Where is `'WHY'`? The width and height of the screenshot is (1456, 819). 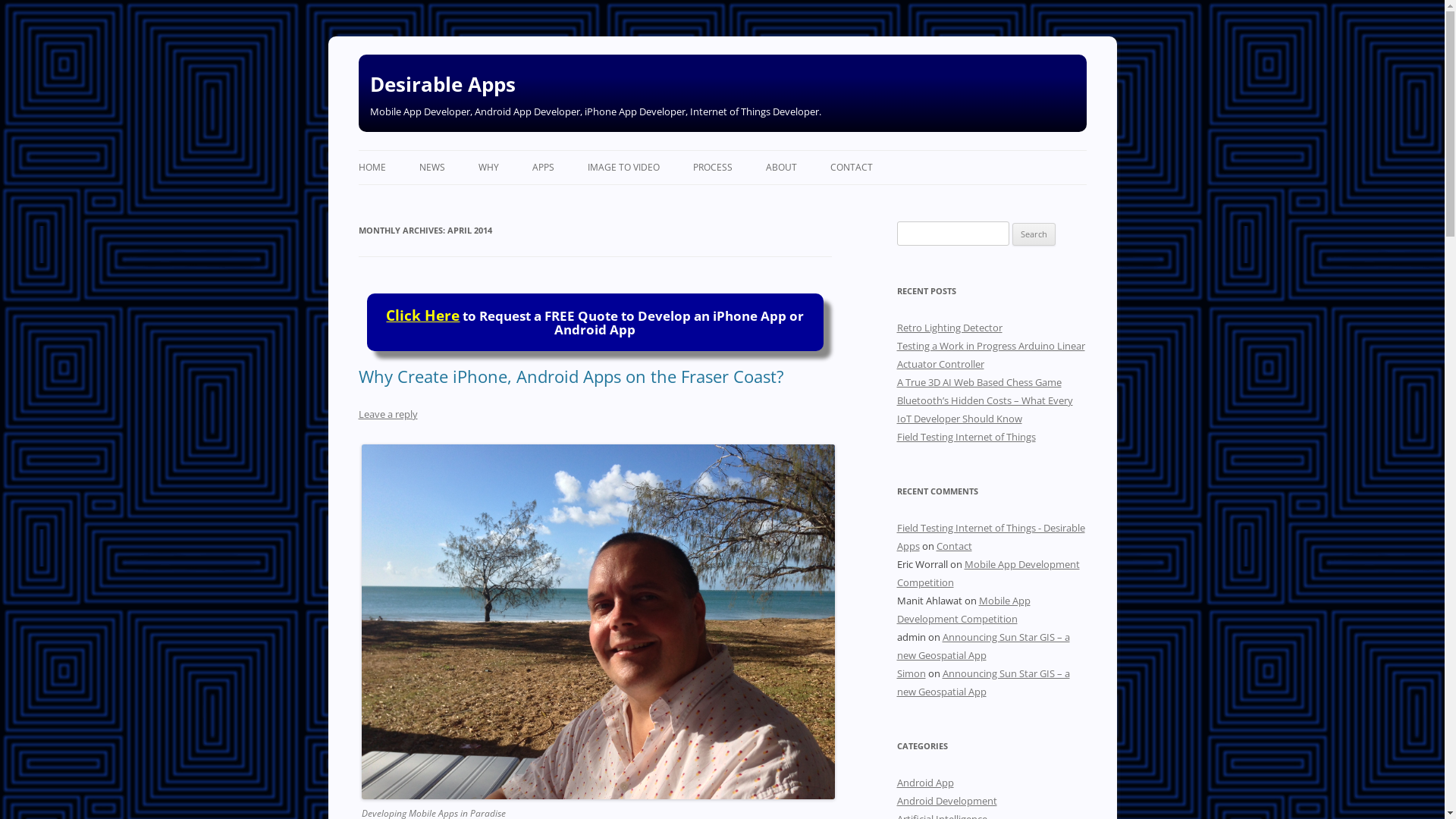 'WHY' is located at coordinates (488, 167).